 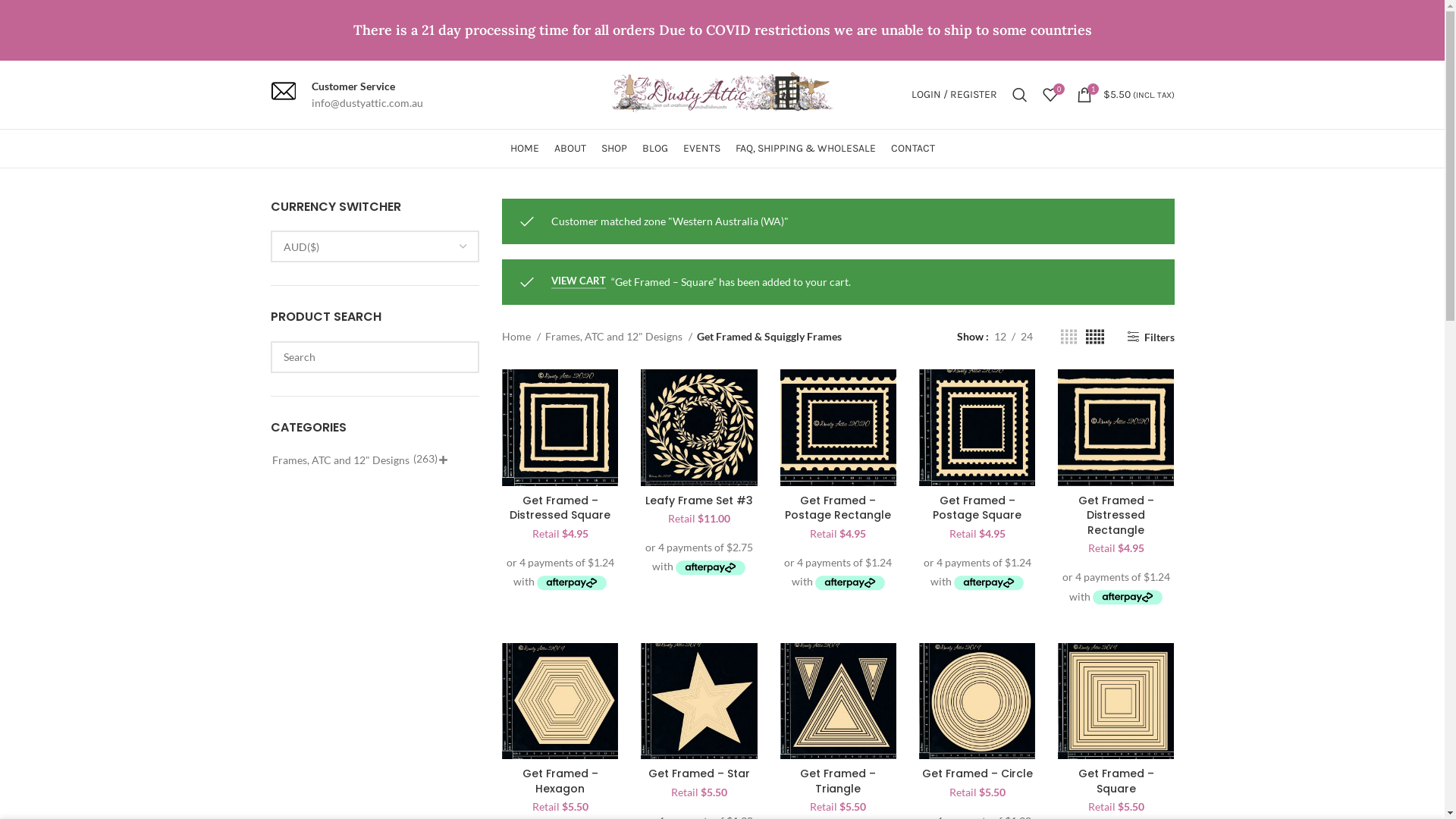 What do you see at coordinates (283, 90) in the screenshot?
I see `'mailicon'` at bounding box center [283, 90].